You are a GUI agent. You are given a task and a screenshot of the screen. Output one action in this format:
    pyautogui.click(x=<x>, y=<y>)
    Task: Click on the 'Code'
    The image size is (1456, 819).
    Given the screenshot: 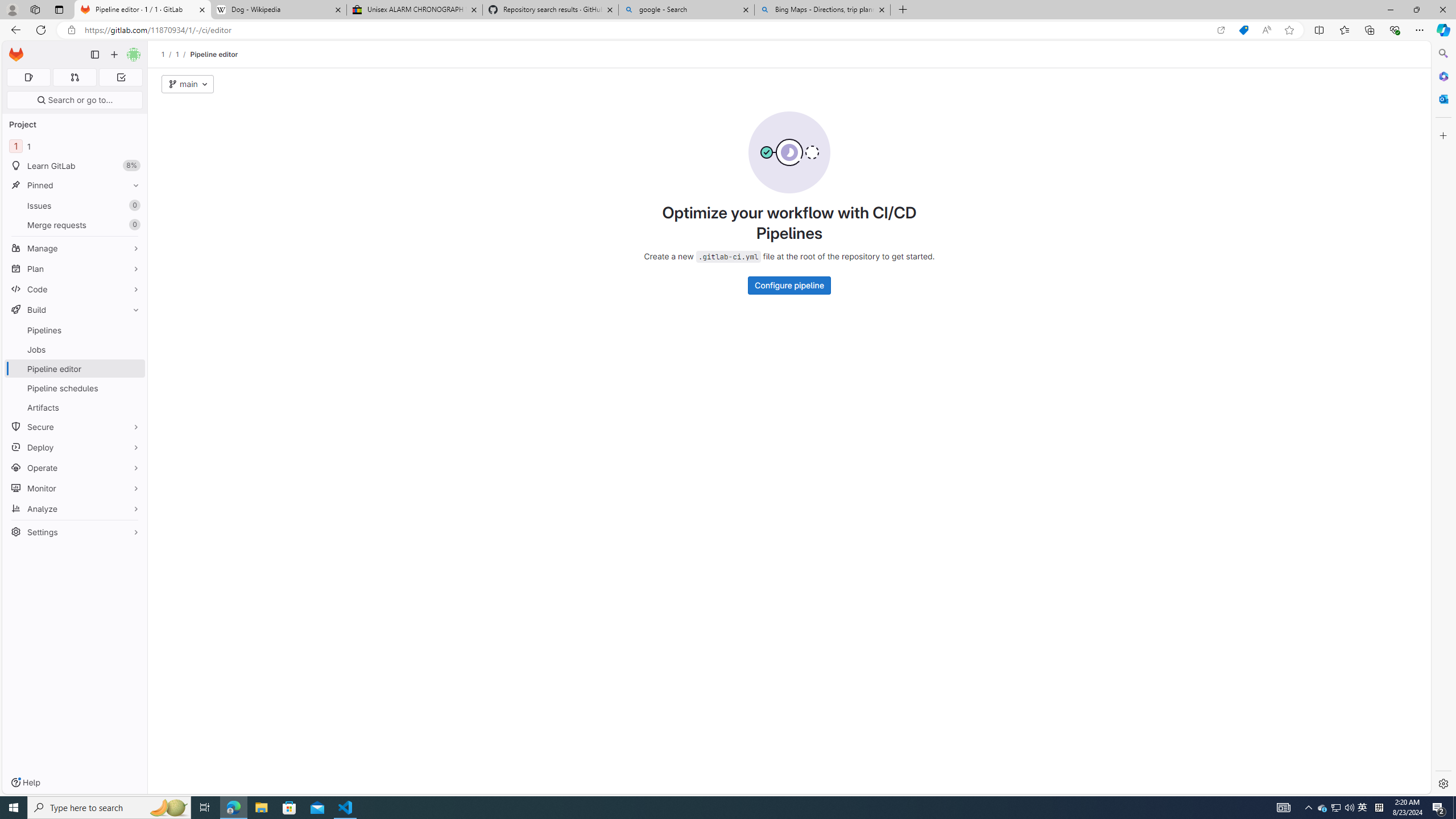 What is the action you would take?
    pyautogui.click(x=74, y=289)
    